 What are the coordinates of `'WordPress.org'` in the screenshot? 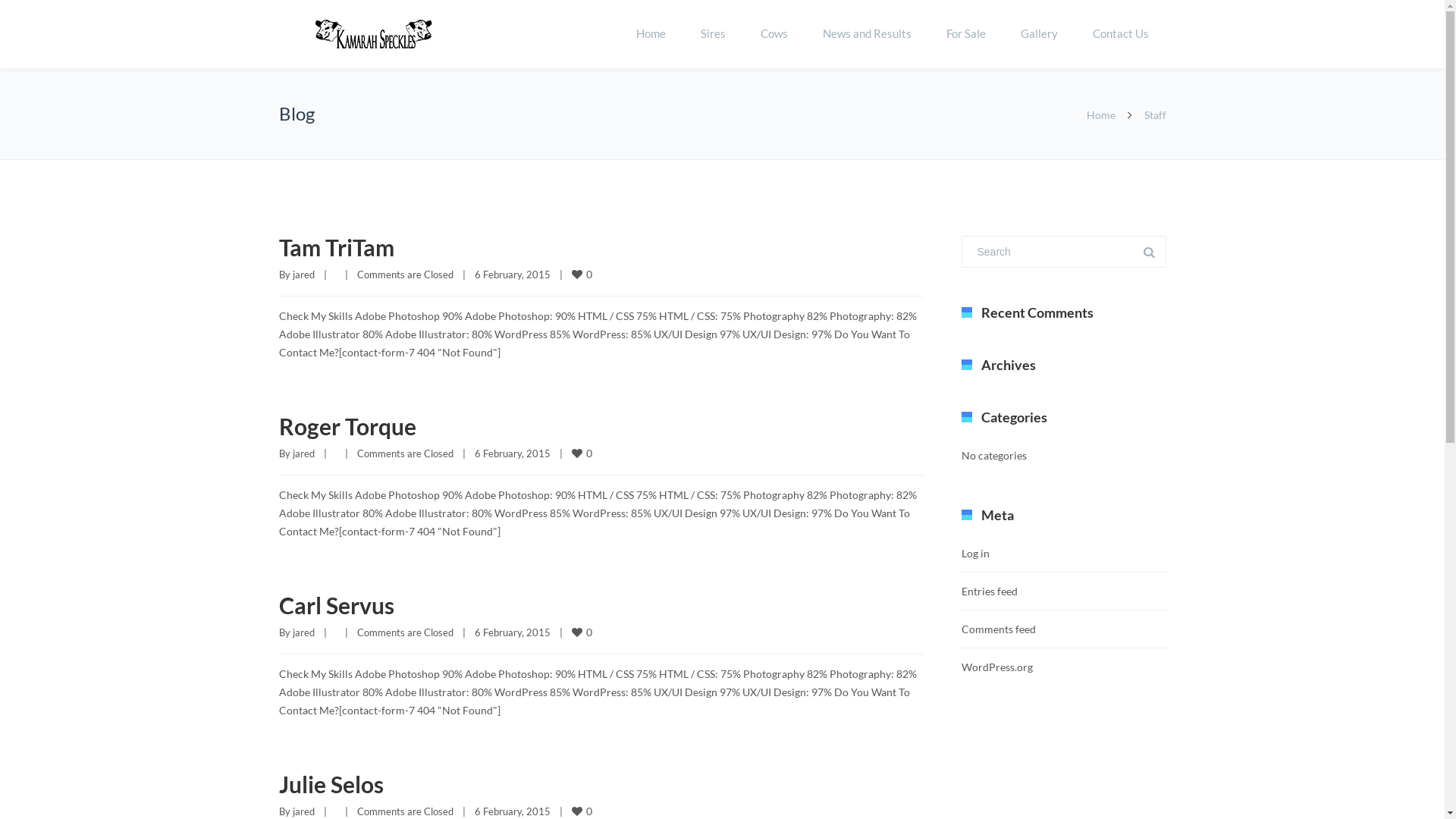 It's located at (960, 666).